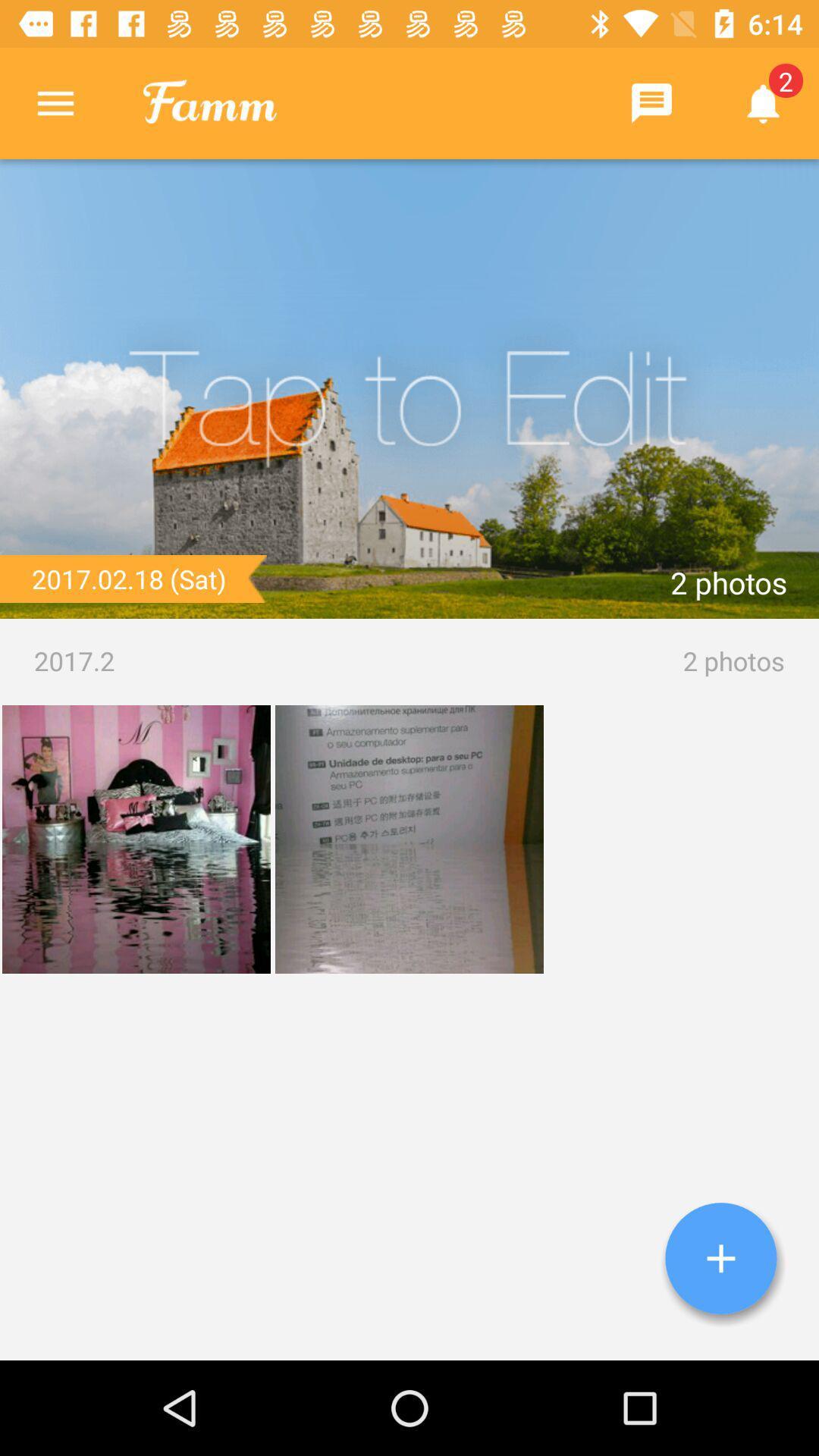  I want to click on profile photo, so click(409, 389).